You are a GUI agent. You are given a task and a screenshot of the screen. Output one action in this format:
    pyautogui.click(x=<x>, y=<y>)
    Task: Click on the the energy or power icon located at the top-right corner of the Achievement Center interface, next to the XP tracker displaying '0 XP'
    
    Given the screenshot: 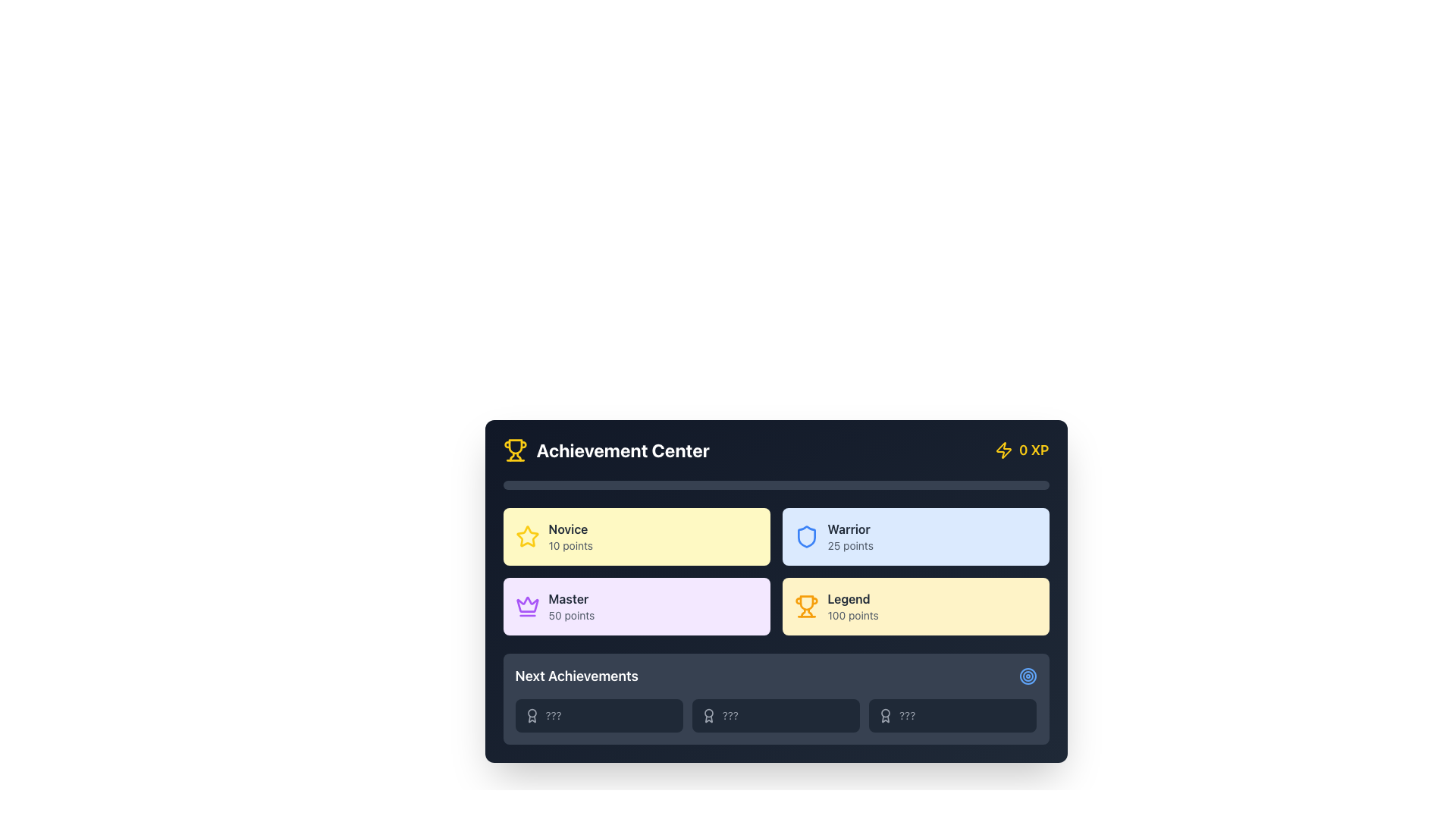 What is the action you would take?
    pyautogui.click(x=1003, y=450)
    